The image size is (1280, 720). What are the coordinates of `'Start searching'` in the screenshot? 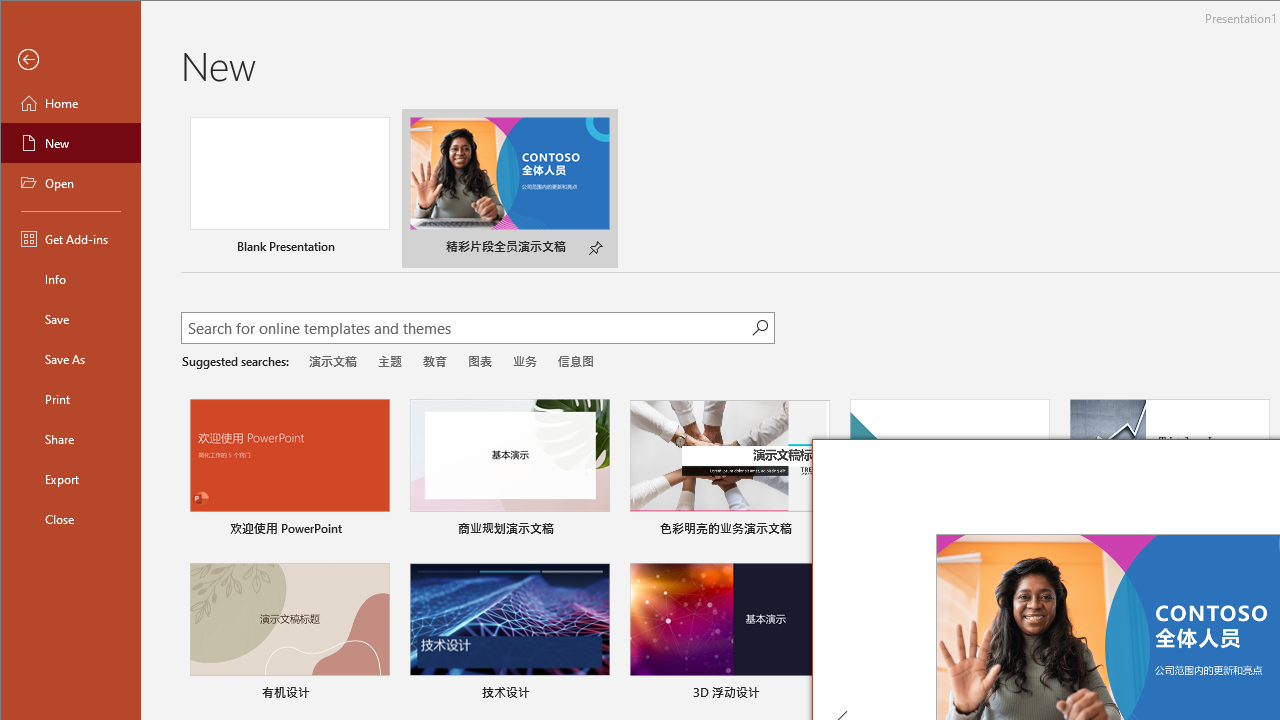 It's located at (759, 326).